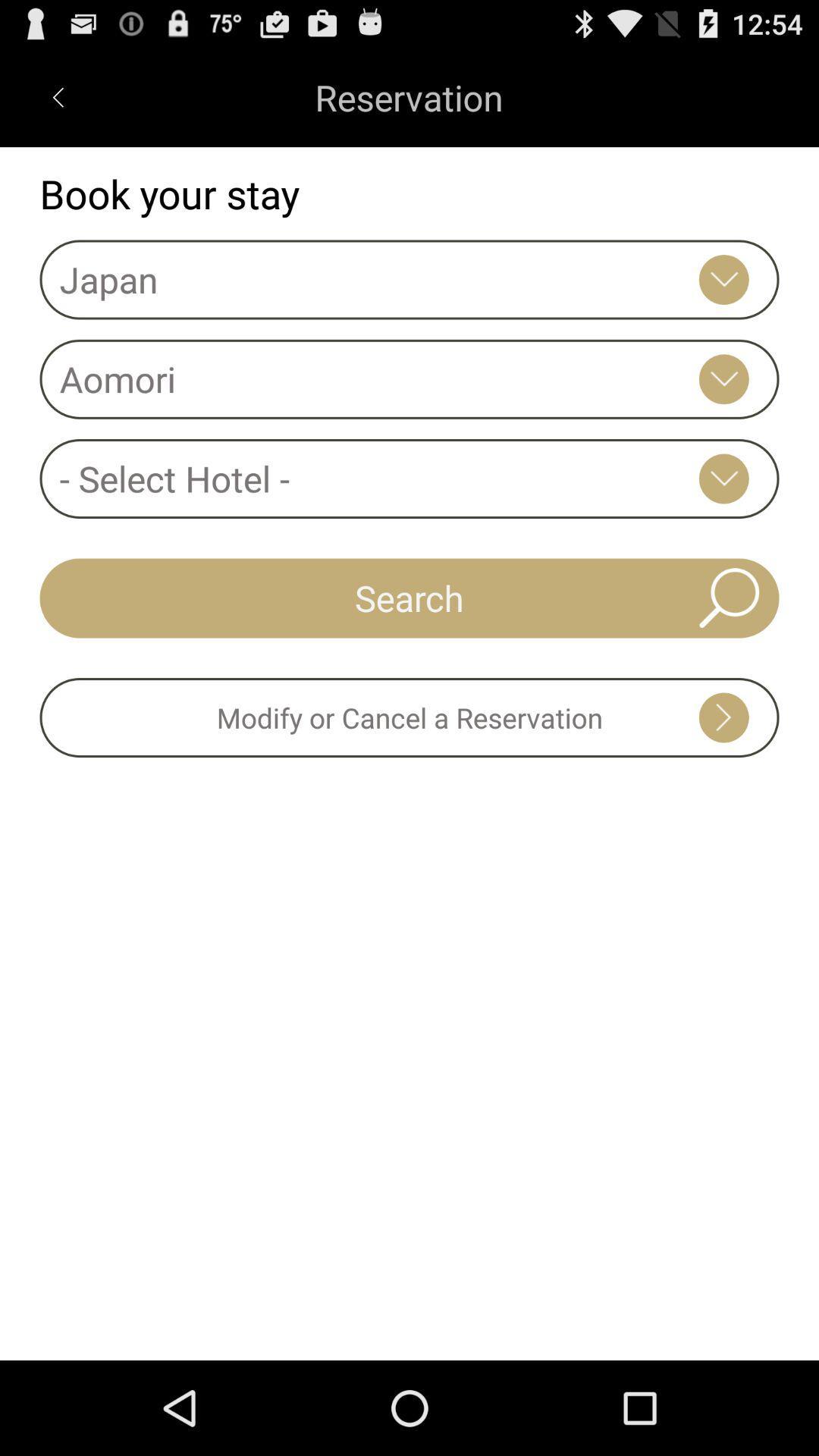  I want to click on icon above modify or cancel icon, so click(409, 597).